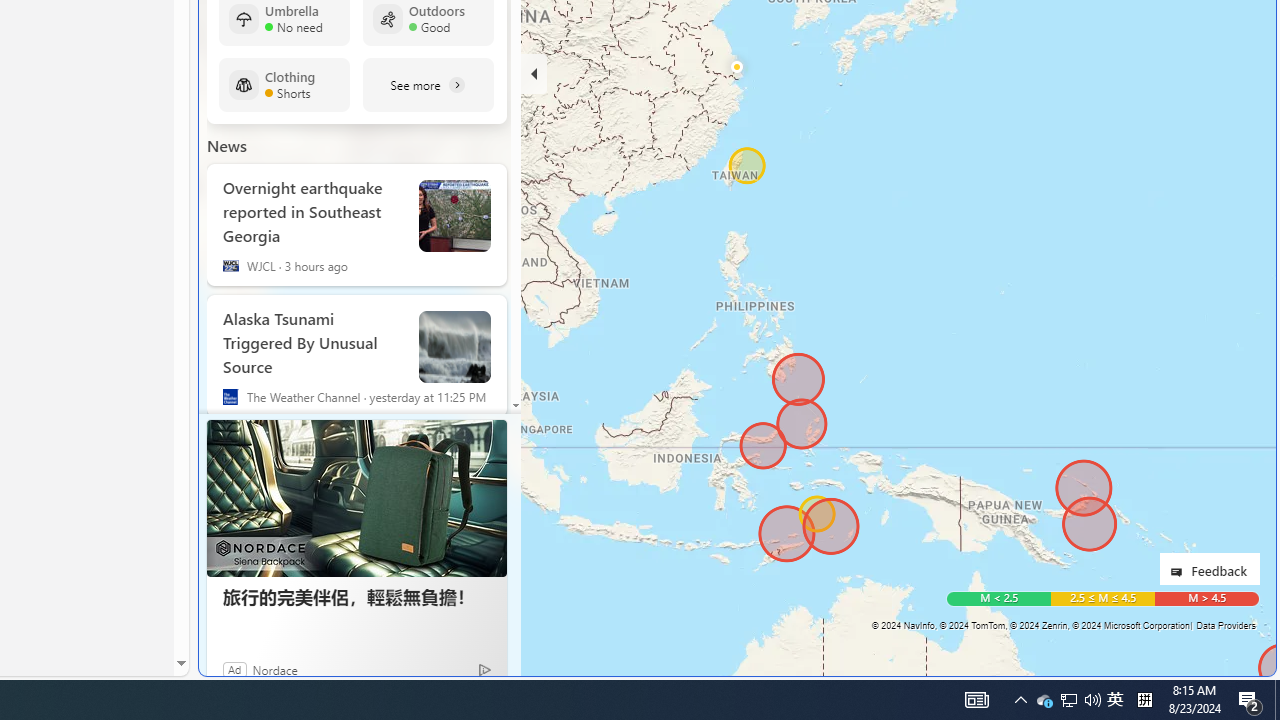 The width and height of the screenshot is (1280, 720). Describe the element at coordinates (1180, 572) in the screenshot. I see `'Class: feedback_link_icon-DS-EntryPoint1-1'` at that location.